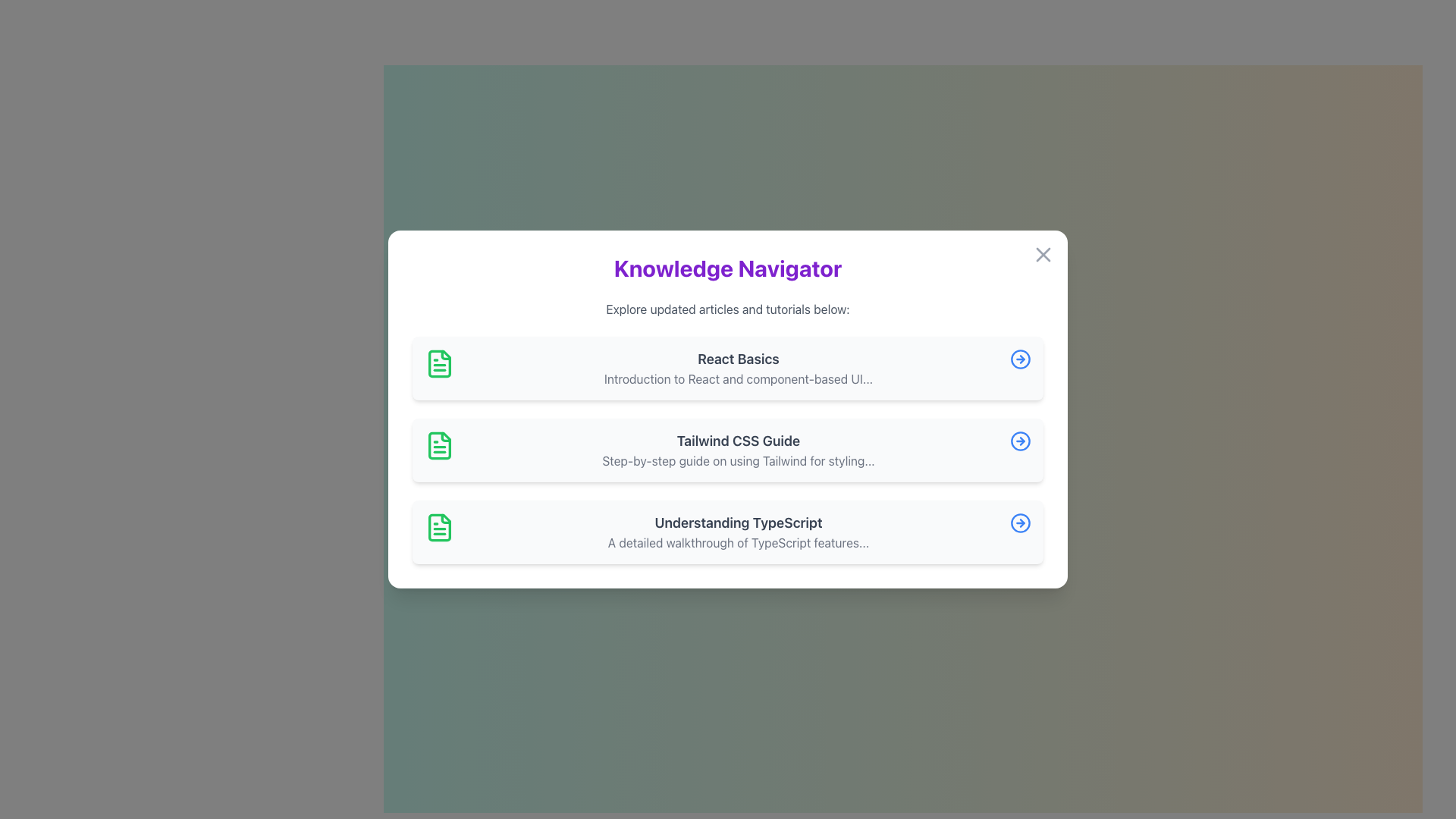  Describe the element at coordinates (728, 369) in the screenshot. I see `the 'React Basics' Navigation Card located in the 'Knowledge Navigator' modal` at that location.